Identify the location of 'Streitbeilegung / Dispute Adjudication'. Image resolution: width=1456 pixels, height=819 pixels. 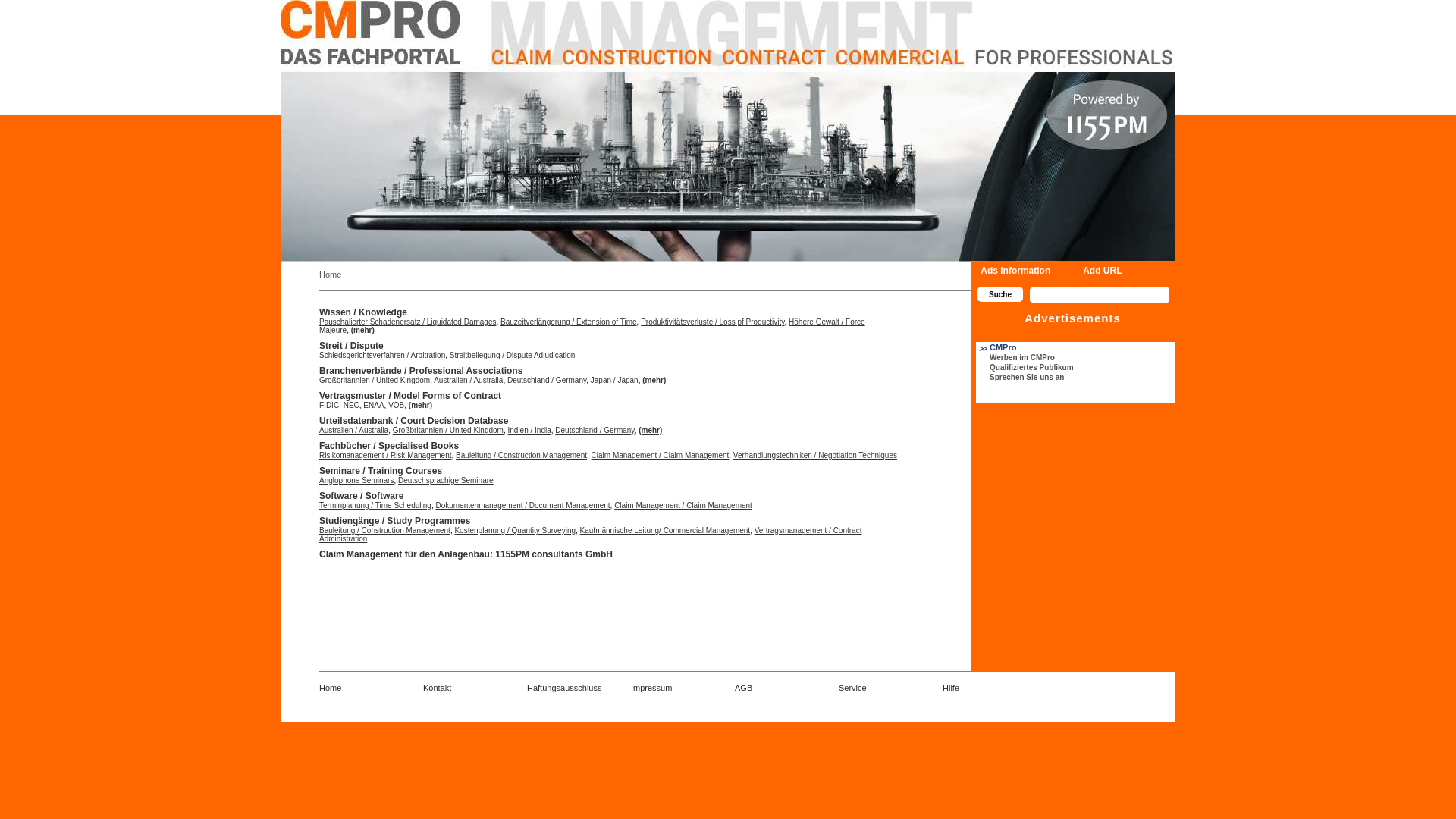
(513, 355).